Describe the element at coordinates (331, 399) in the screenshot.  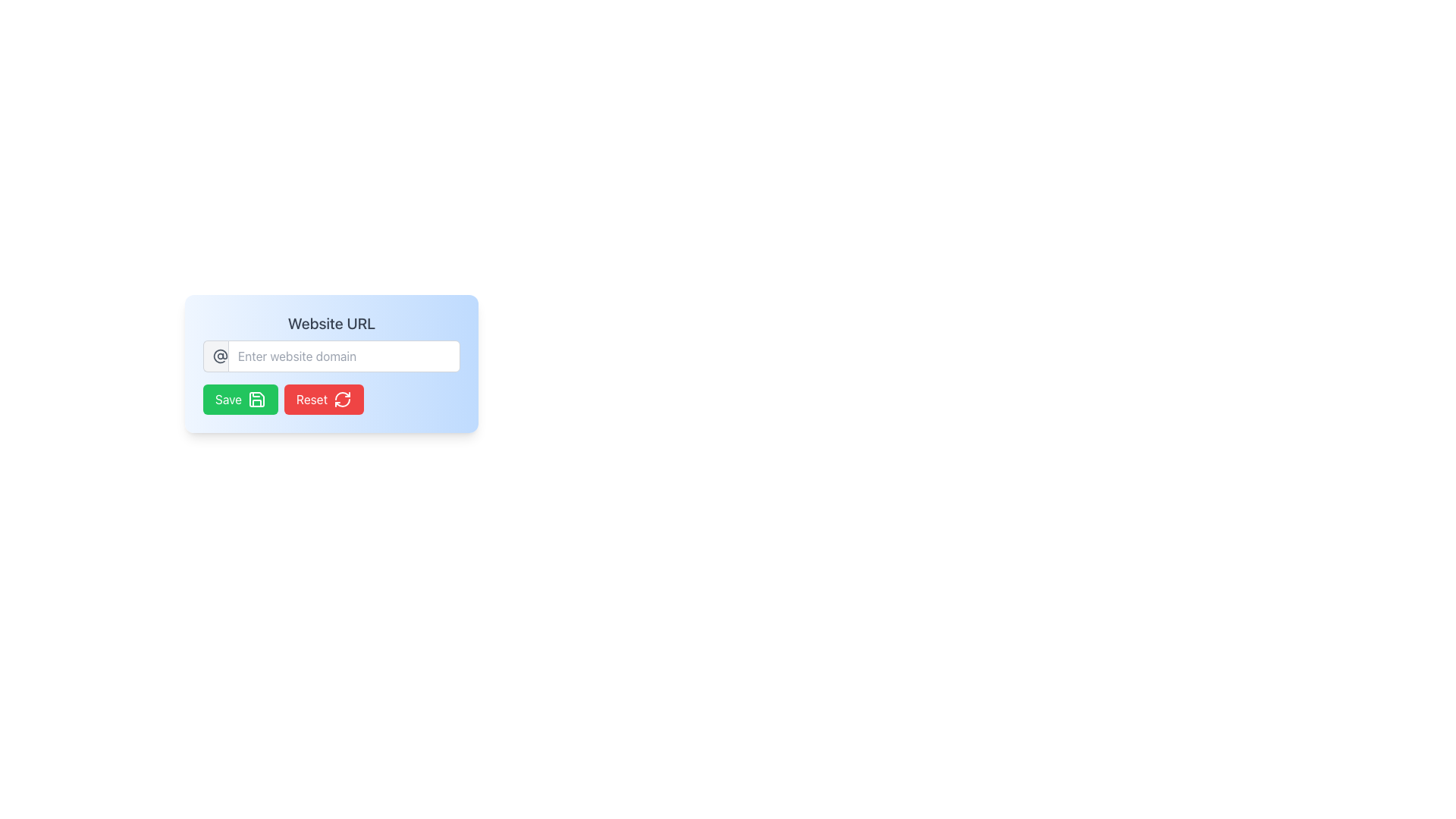
I see `the 'Reset' button located within the Horizontal Button Group at the bottom of the 'Website URL' card component` at that location.